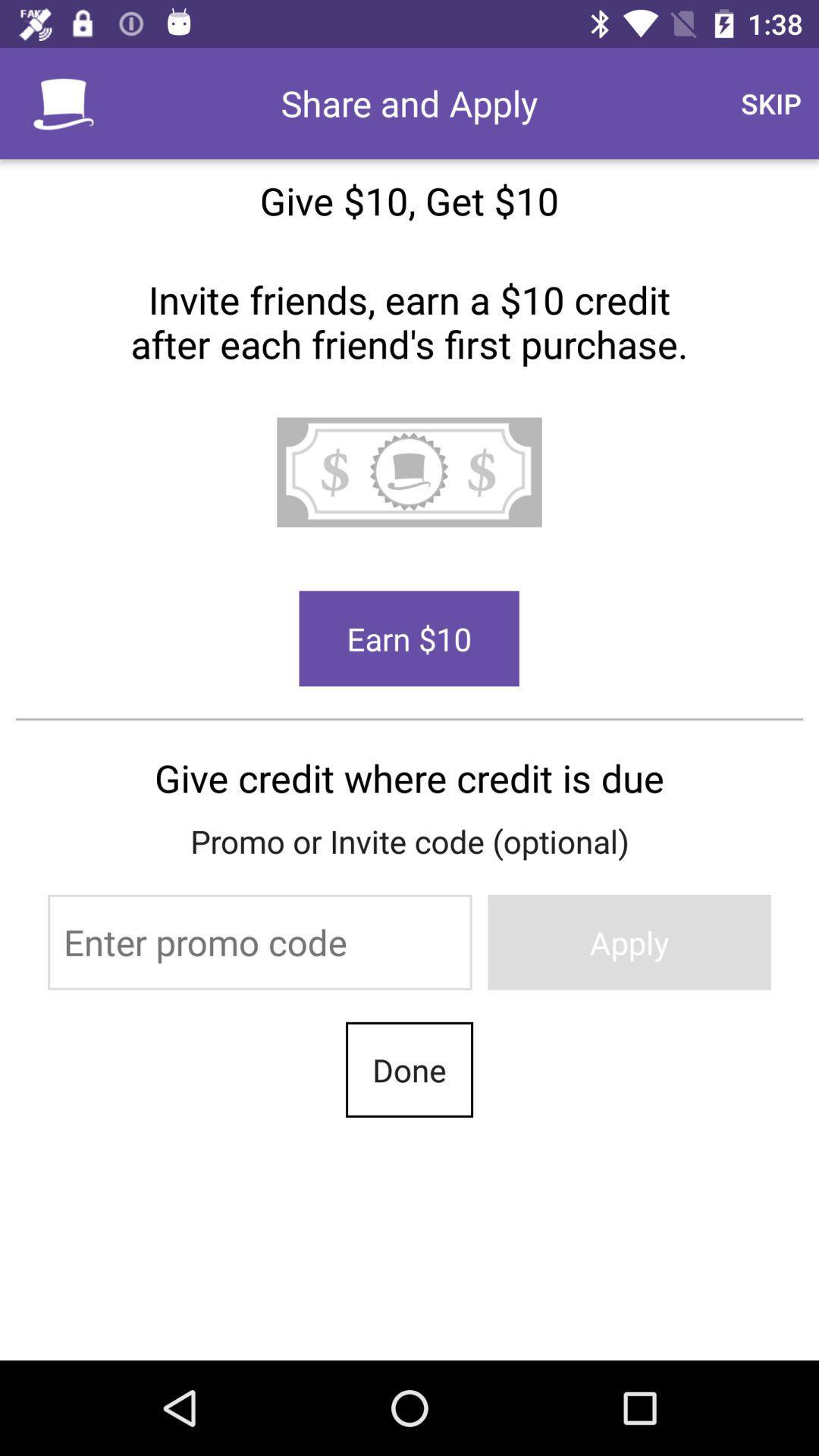  Describe the element at coordinates (409, 1068) in the screenshot. I see `done` at that location.